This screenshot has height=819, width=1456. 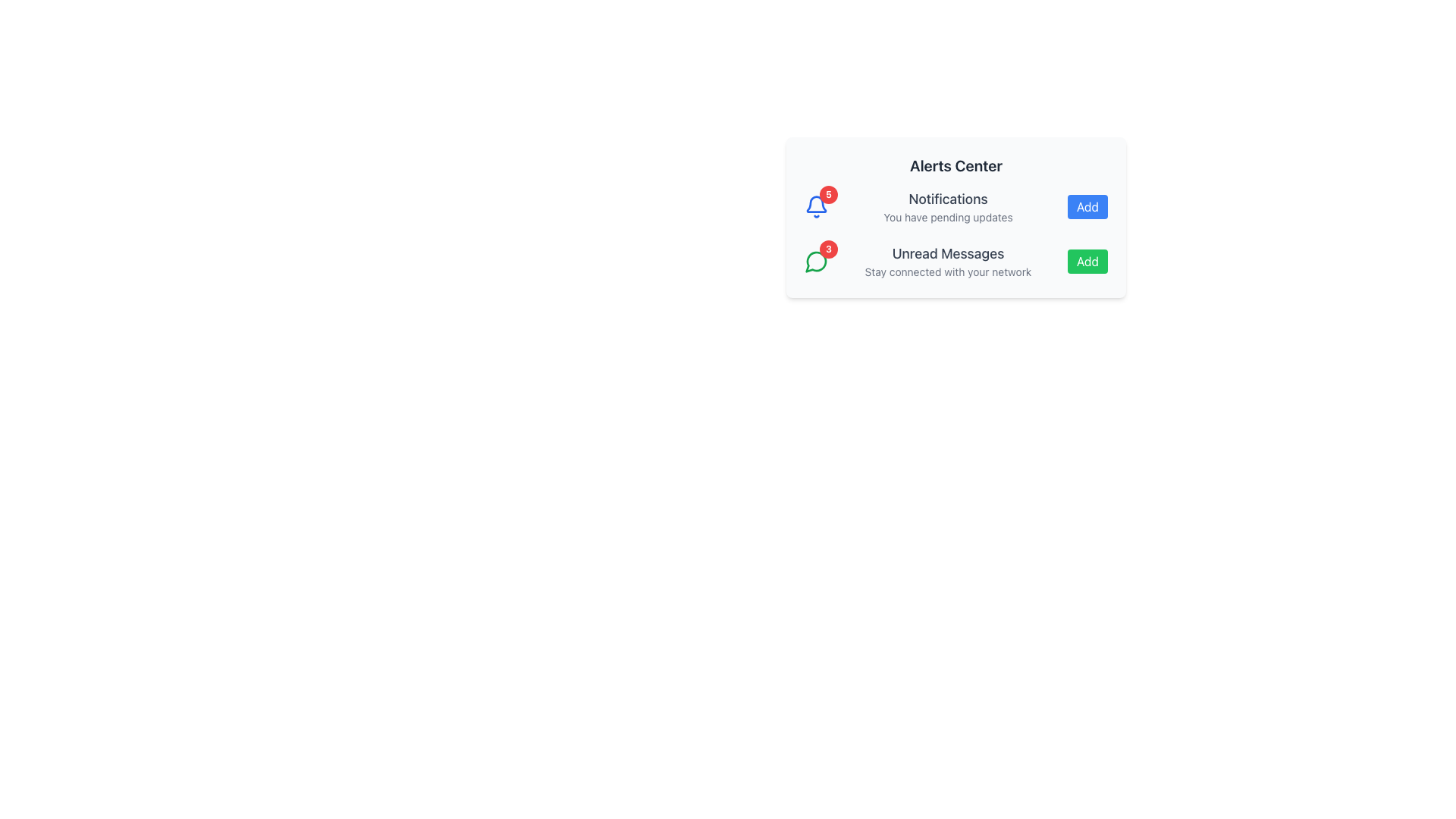 I want to click on informational text block that displays 'Unread Messages' in bold and 'Stay connected with your network.' in a lighter font, so click(x=947, y=260).